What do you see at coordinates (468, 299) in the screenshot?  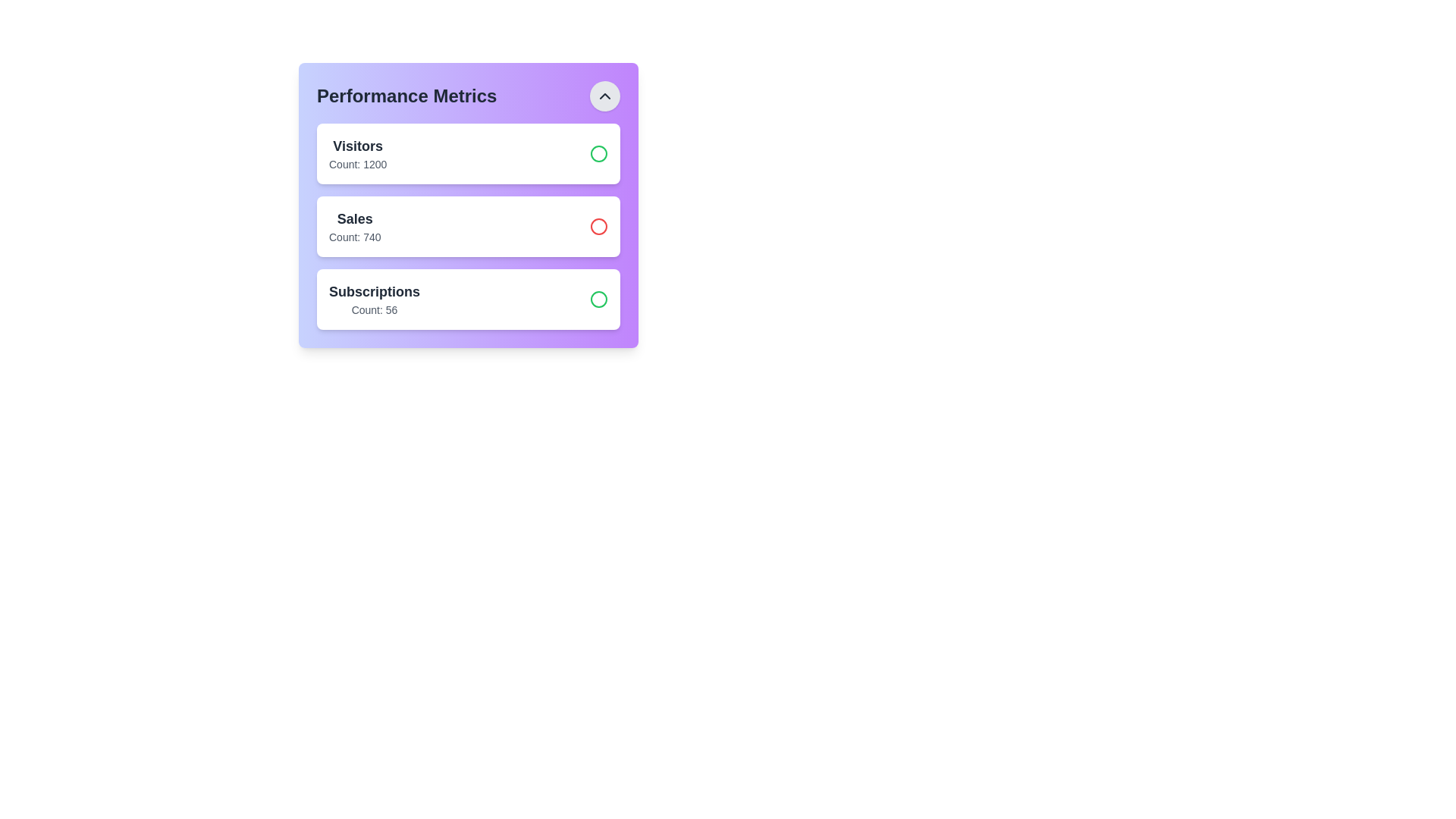 I see `the stat item for Subscriptions` at bounding box center [468, 299].